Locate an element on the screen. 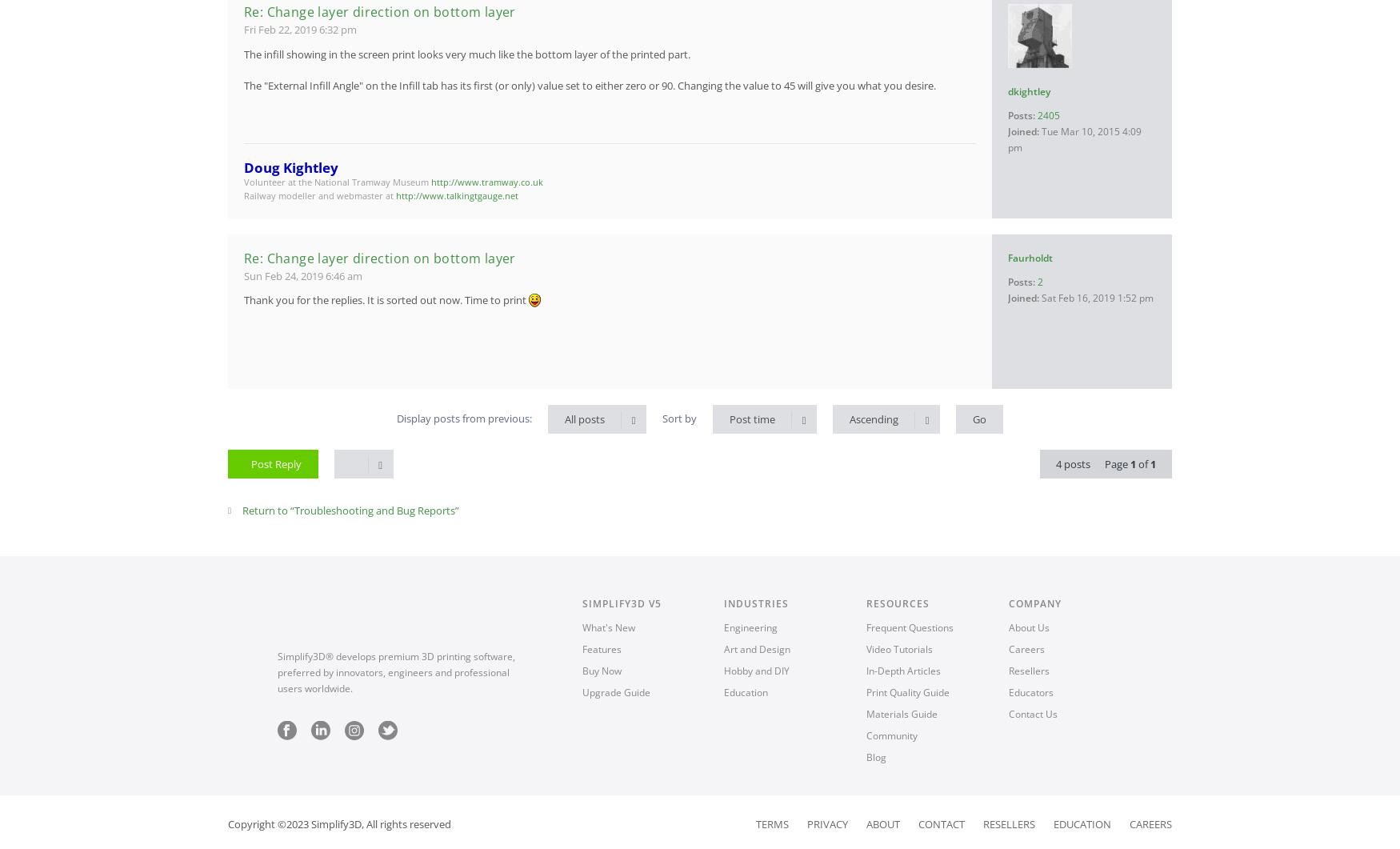  'Education' is located at coordinates (1054, 822).